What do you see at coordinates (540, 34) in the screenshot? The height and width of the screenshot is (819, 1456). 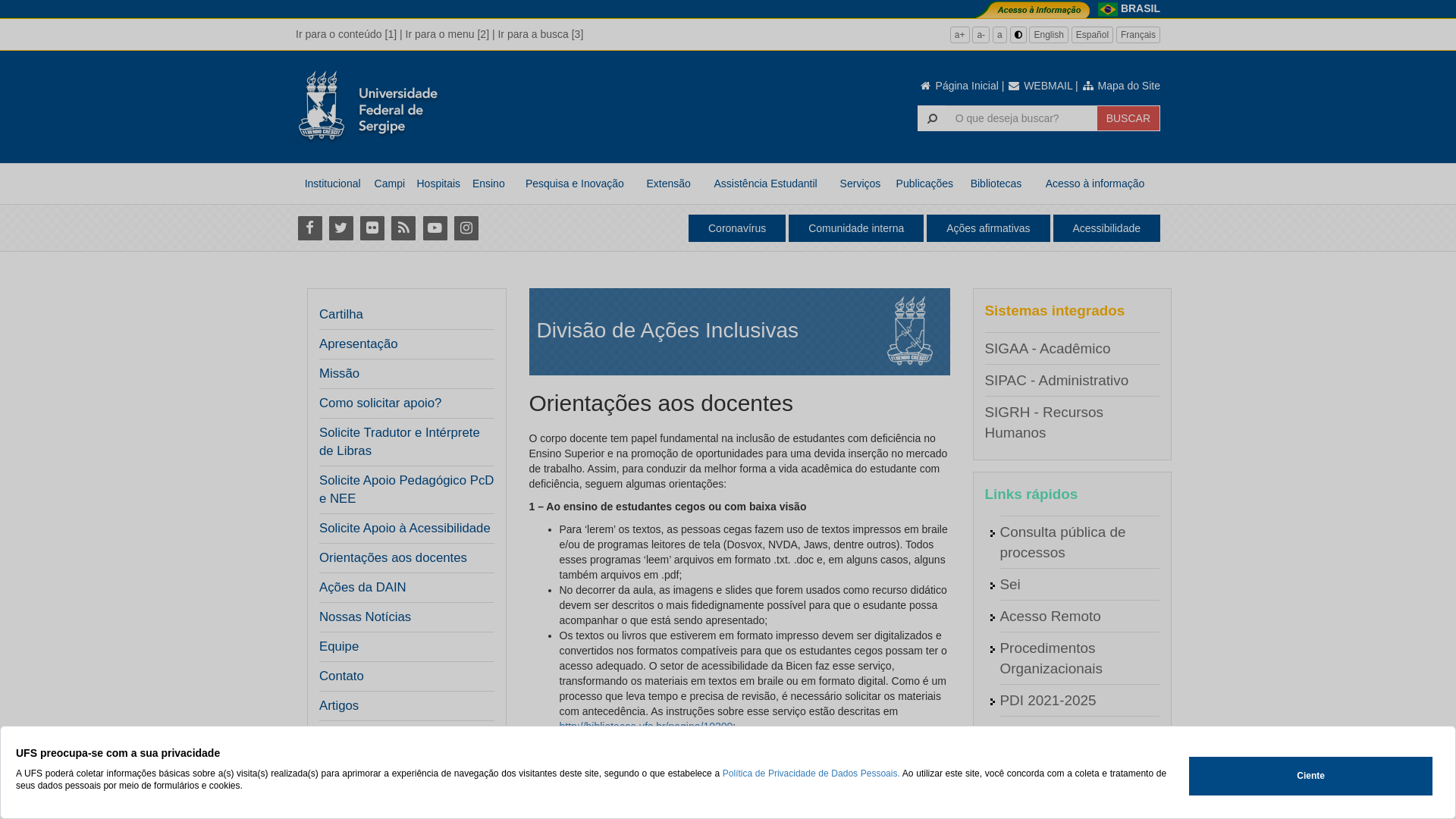 I see `'Ir para a busca [3]'` at bounding box center [540, 34].